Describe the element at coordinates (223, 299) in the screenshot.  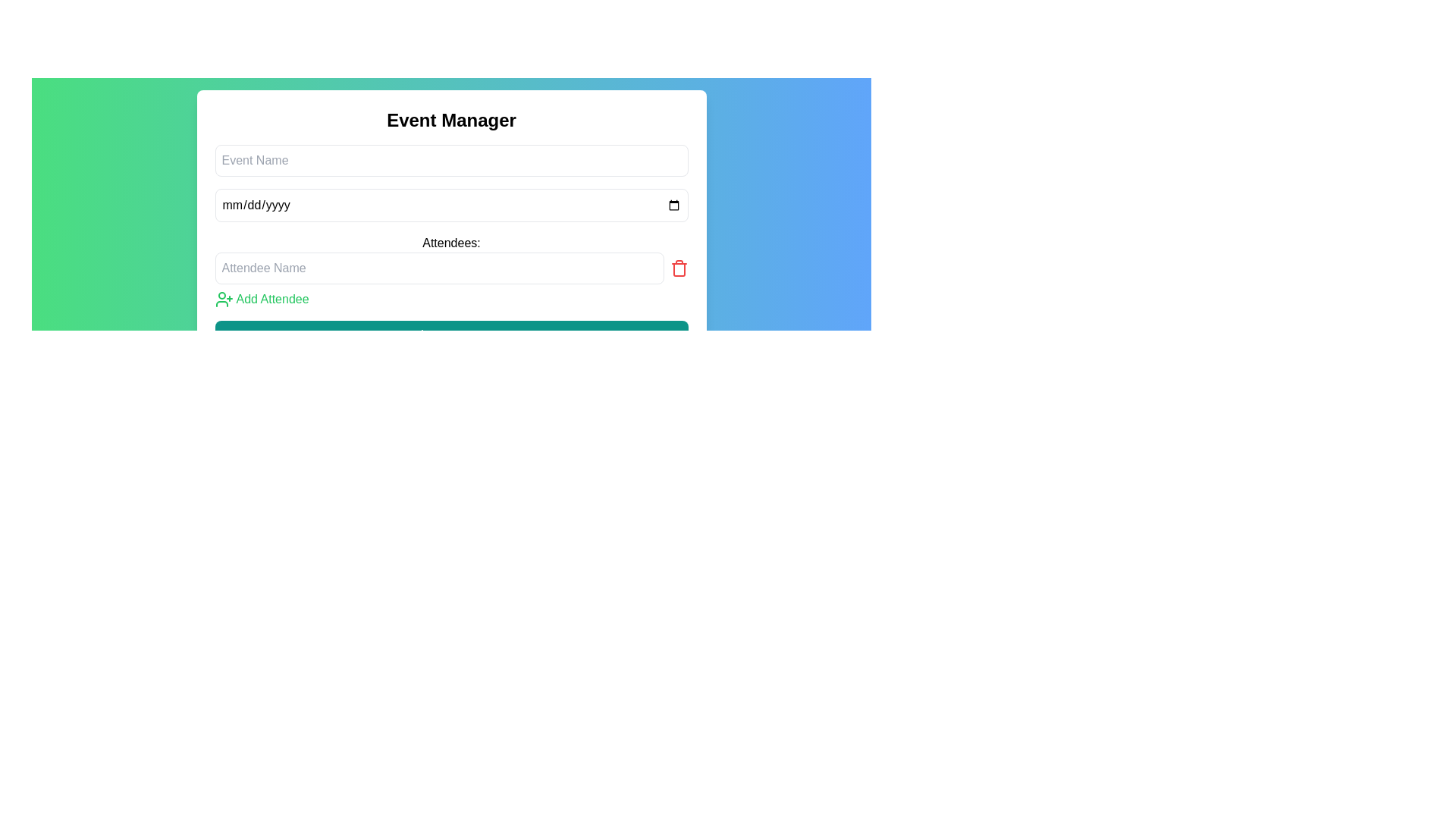
I see `the green user icon with a plus sign next to it, which is part of the 'Add Attendee' interactive component located underneath the 'Attendee Name' input field` at that location.